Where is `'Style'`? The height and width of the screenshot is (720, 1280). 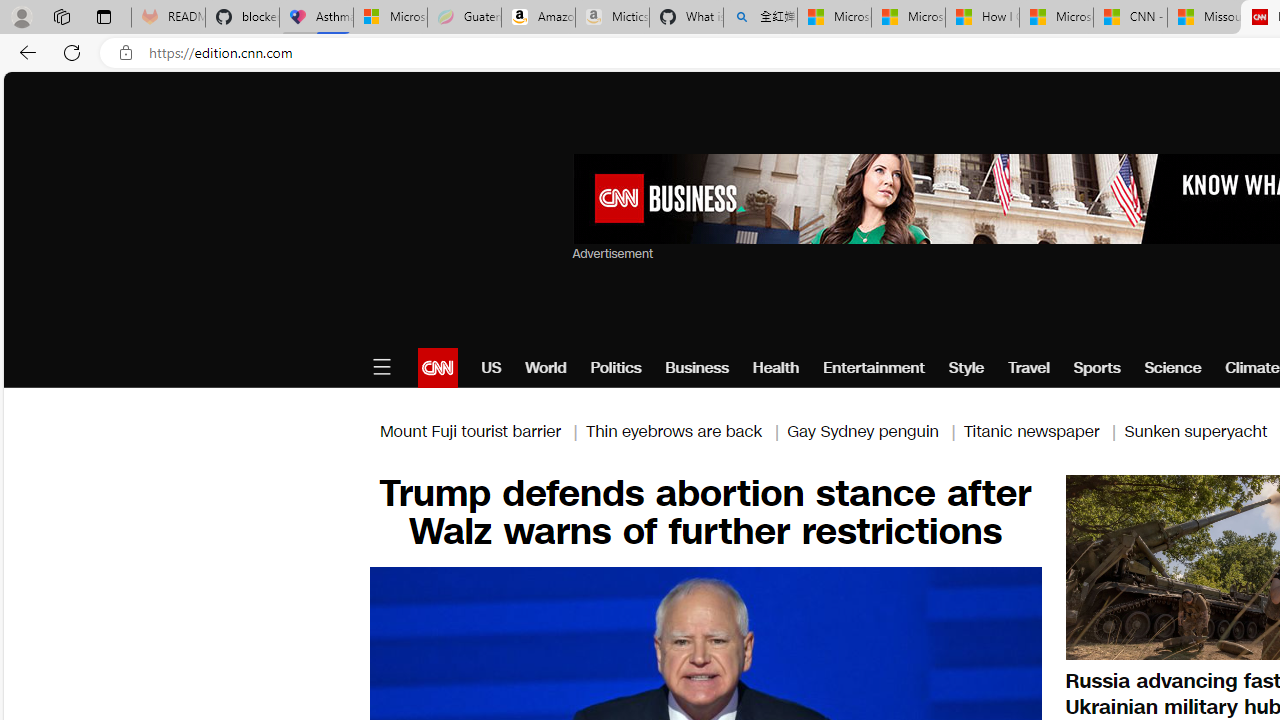
'Style' is located at coordinates (967, 367).